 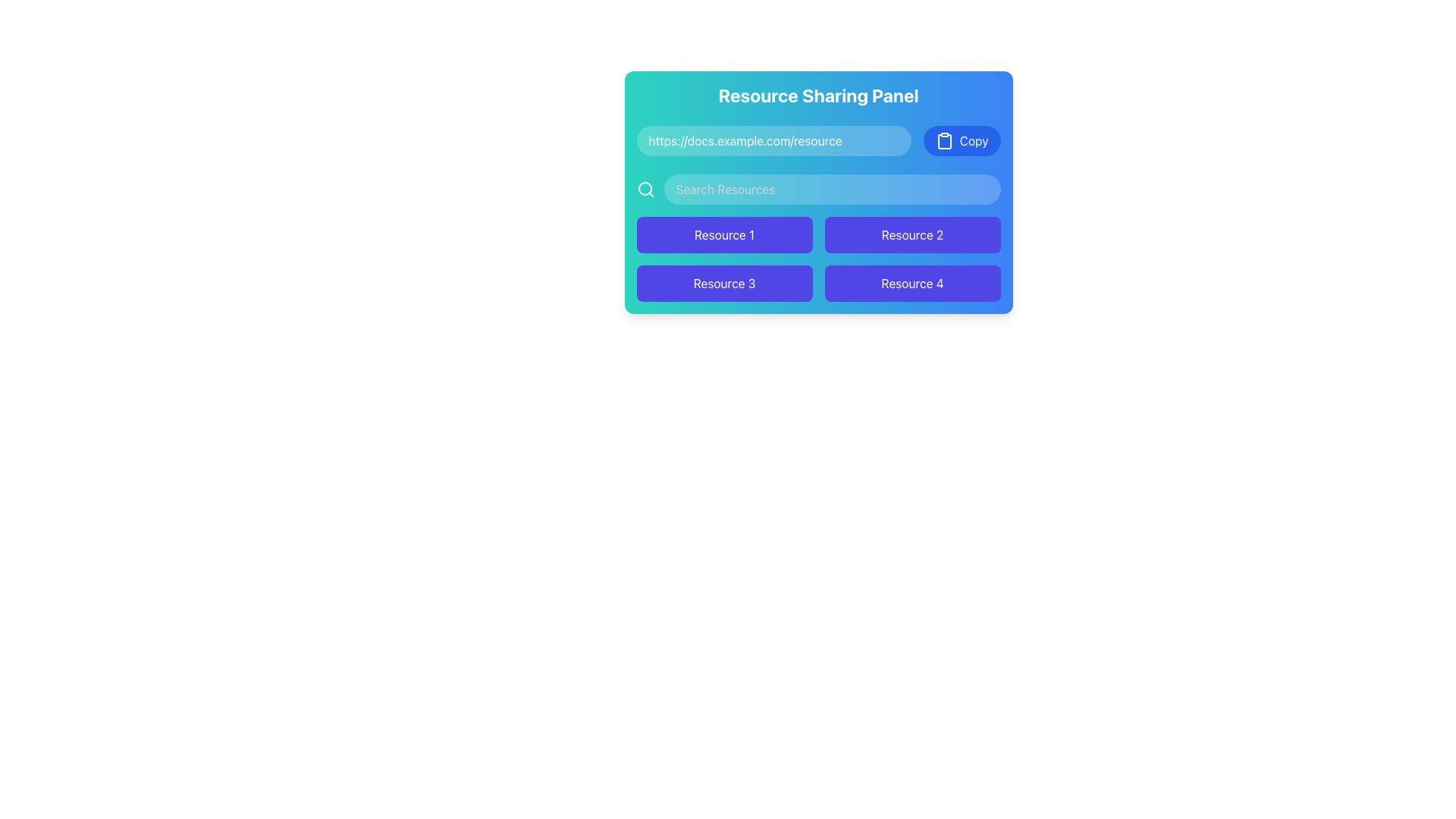 What do you see at coordinates (912, 234) in the screenshot?
I see `the second button in the 'Resource Sharing Panel' to observe the hover effect` at bounding box center [912, 234].